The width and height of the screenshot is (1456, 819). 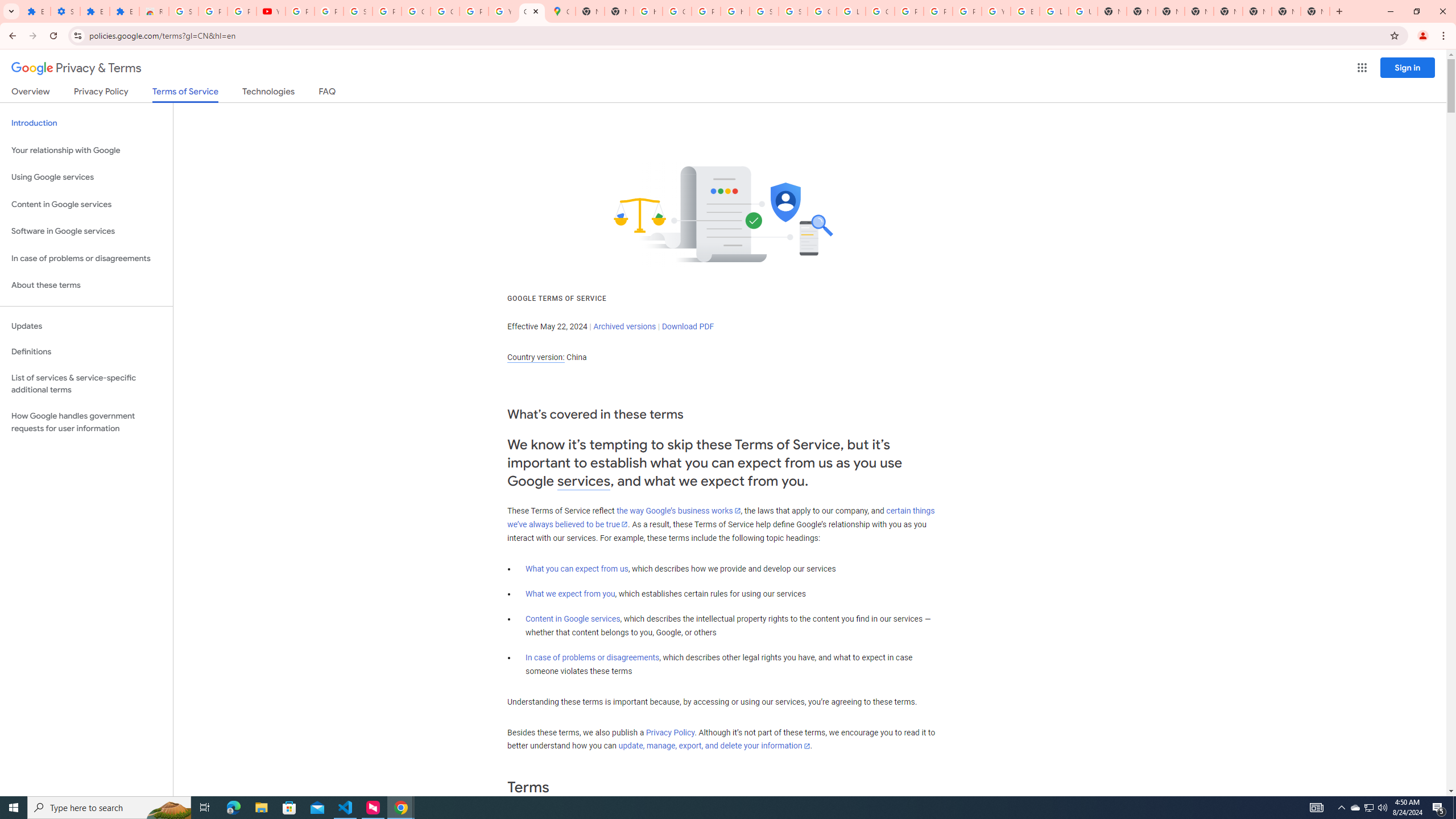 What do you see at coordinates (154, 11) in the screenshot?
I see `'Reviews: Helix Fruit Jump Arcade Game'` at bounding box center [154, 11].